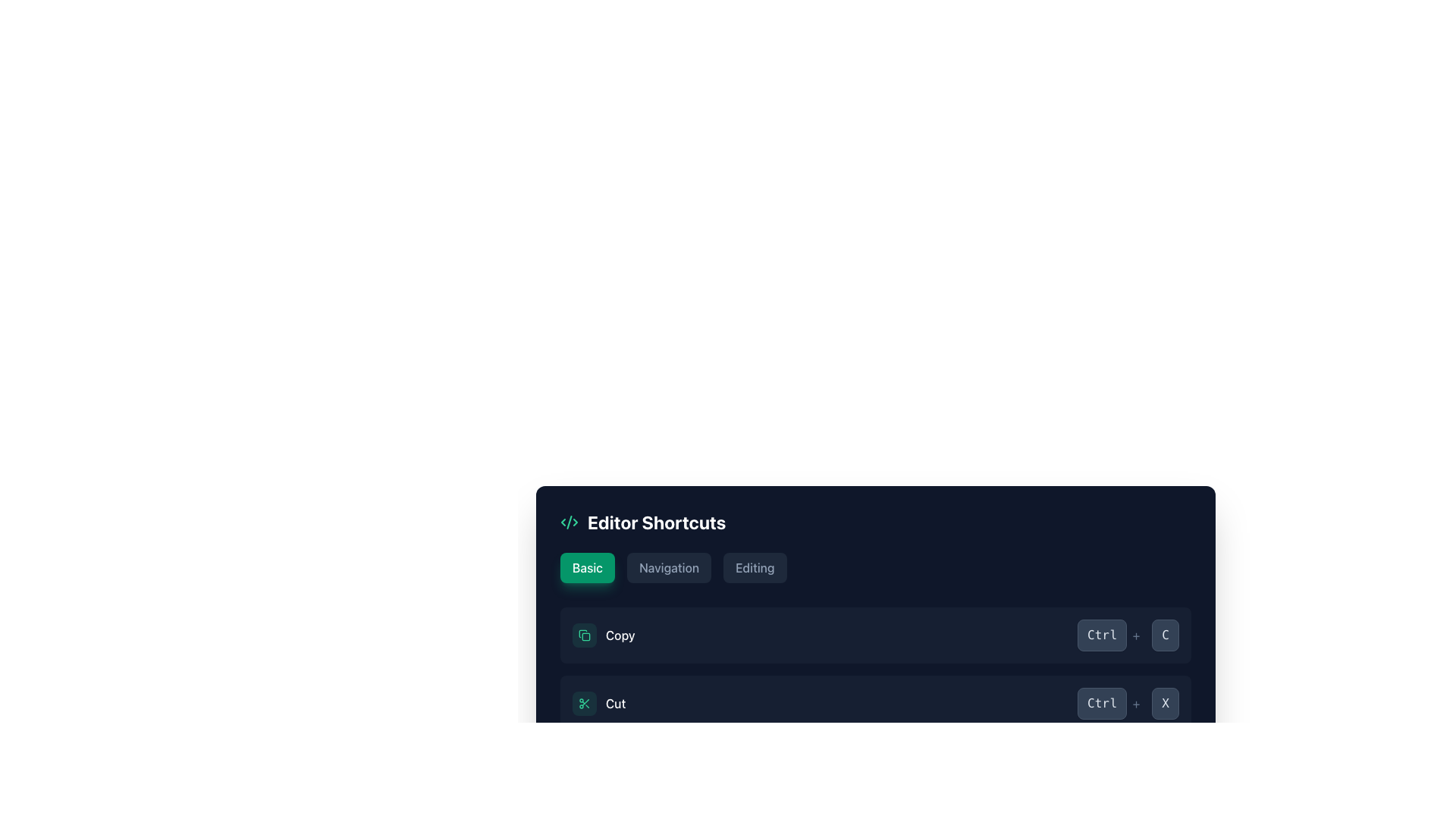 This screenshot has height=819, width=1456. I want to click on the shortcut hint for the compound element that indicates the copy action with the shortcut 'Ctrl+C' located in the 'Editor Shortcuts' section, which is the first row in the list, so click(876, 635).